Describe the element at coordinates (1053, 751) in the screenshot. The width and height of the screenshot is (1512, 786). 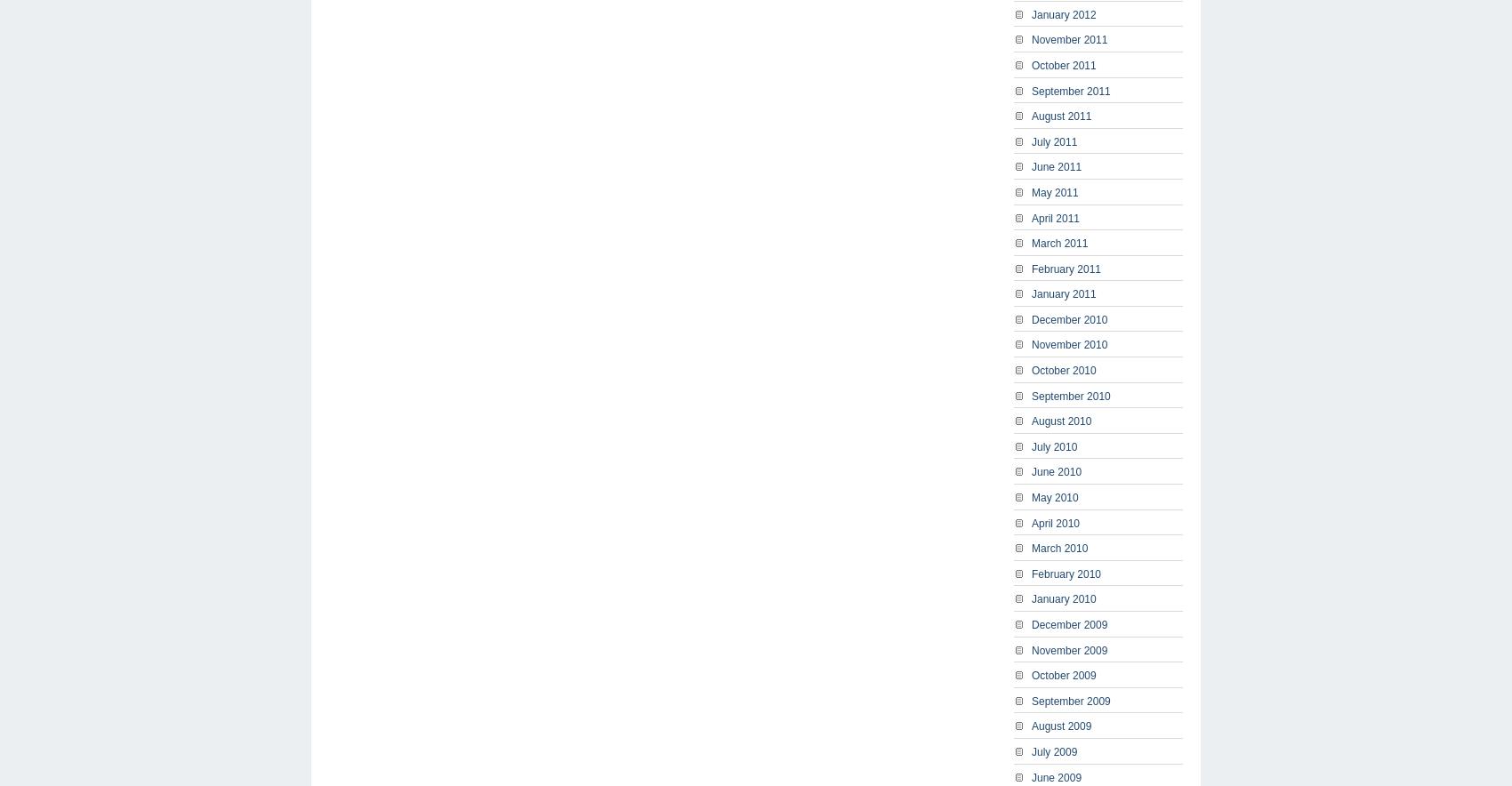
I see `'July 2009'` at that location.